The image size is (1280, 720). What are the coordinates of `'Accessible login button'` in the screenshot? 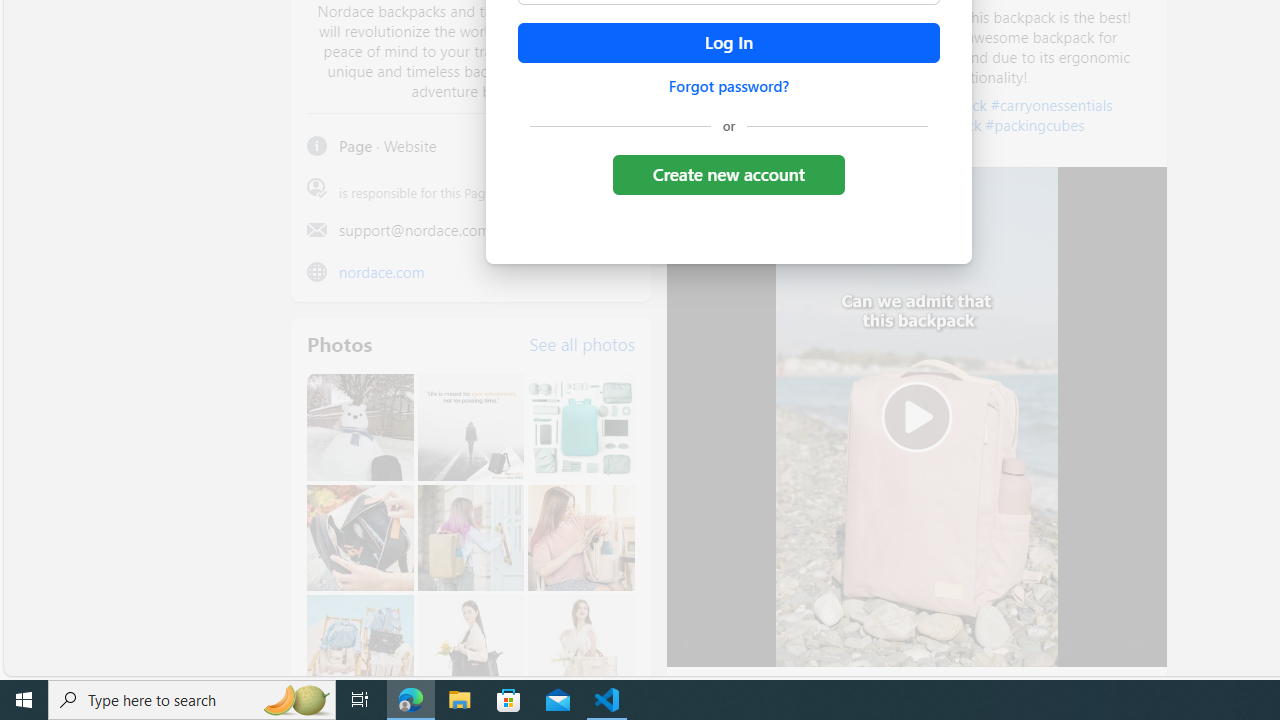 It's located at (727, 43).